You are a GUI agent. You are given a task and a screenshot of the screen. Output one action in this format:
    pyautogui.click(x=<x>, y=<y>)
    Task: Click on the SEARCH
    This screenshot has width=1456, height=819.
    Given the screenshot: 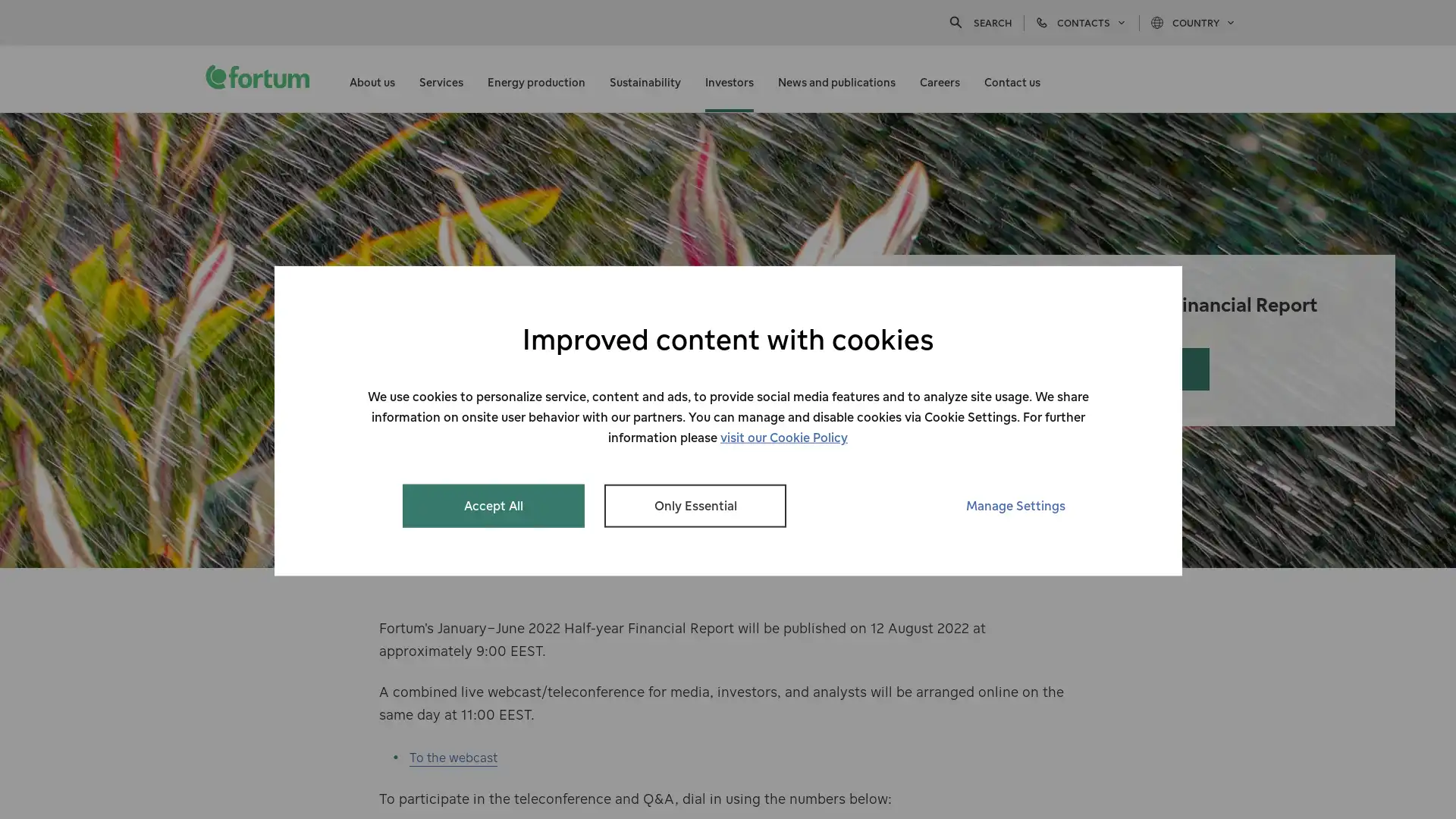 What is the action you would take?
    pyautogui.click(x=979, y=22)
    